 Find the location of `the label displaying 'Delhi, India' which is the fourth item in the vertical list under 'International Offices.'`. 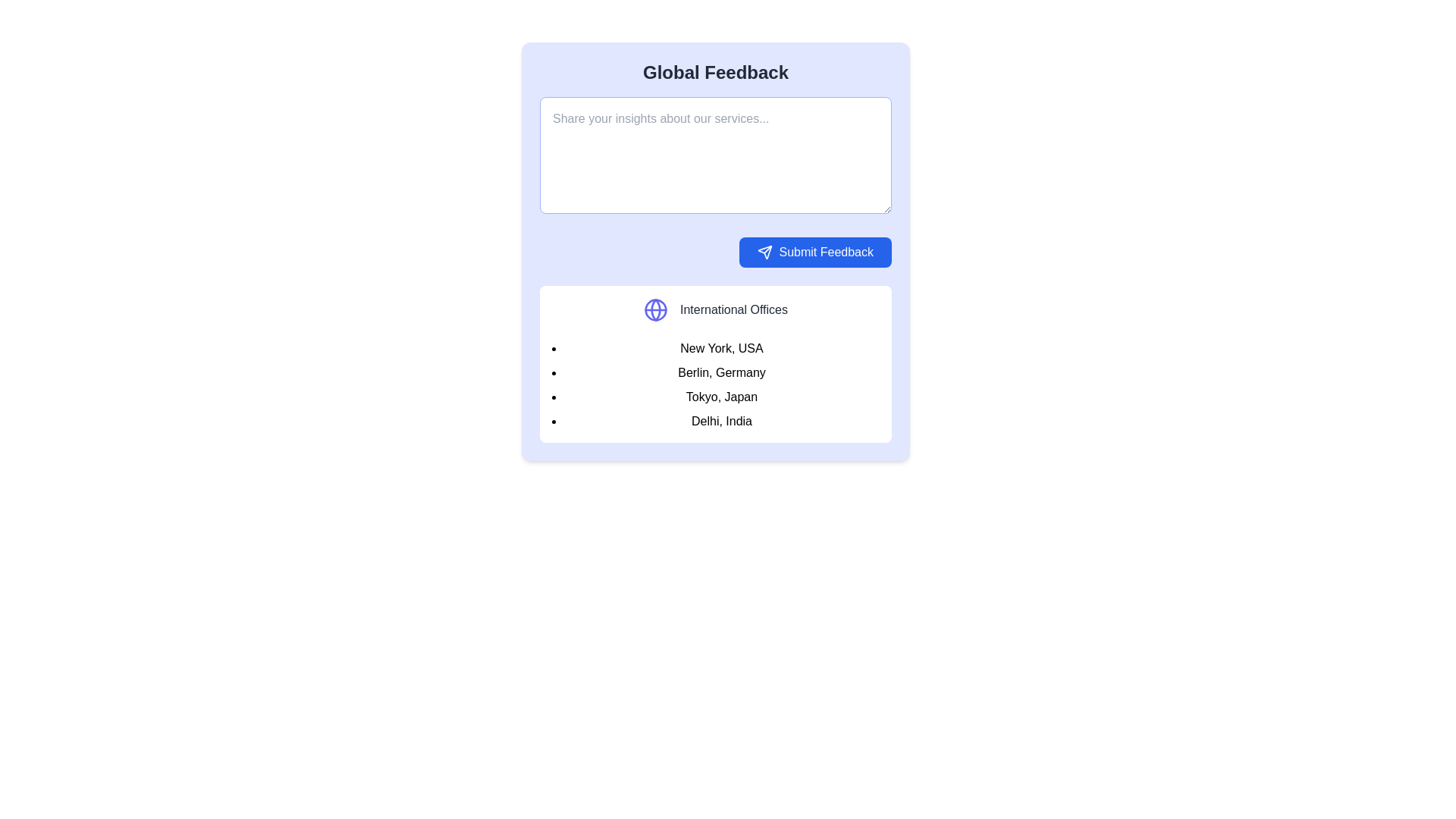

the label displaying 'Delhi, India' which is the fourth item in the vertical list under 'International Offices.' is located at coordinates (720, 421).